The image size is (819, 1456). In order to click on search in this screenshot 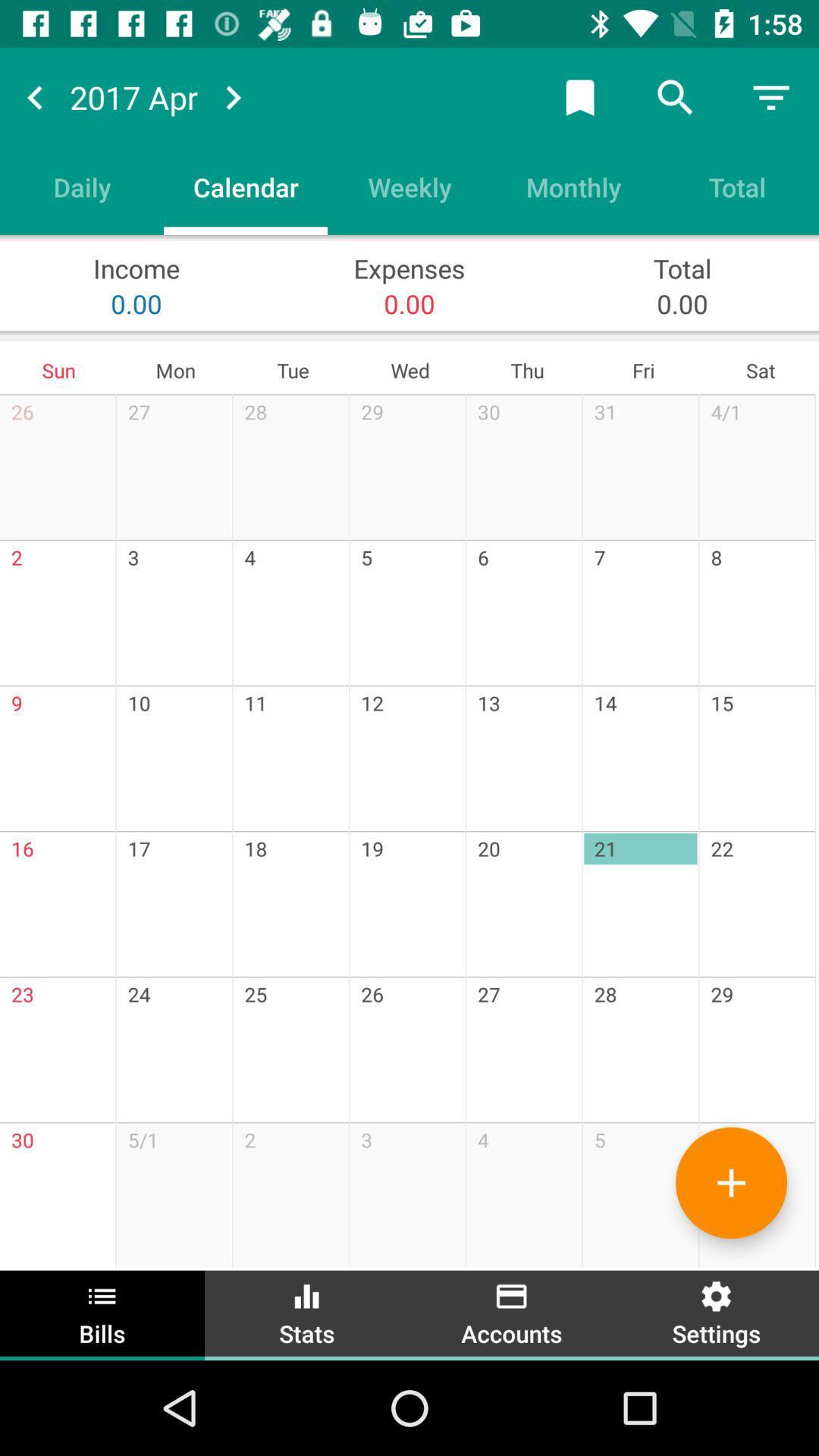, I will do `click(675, 96)`.